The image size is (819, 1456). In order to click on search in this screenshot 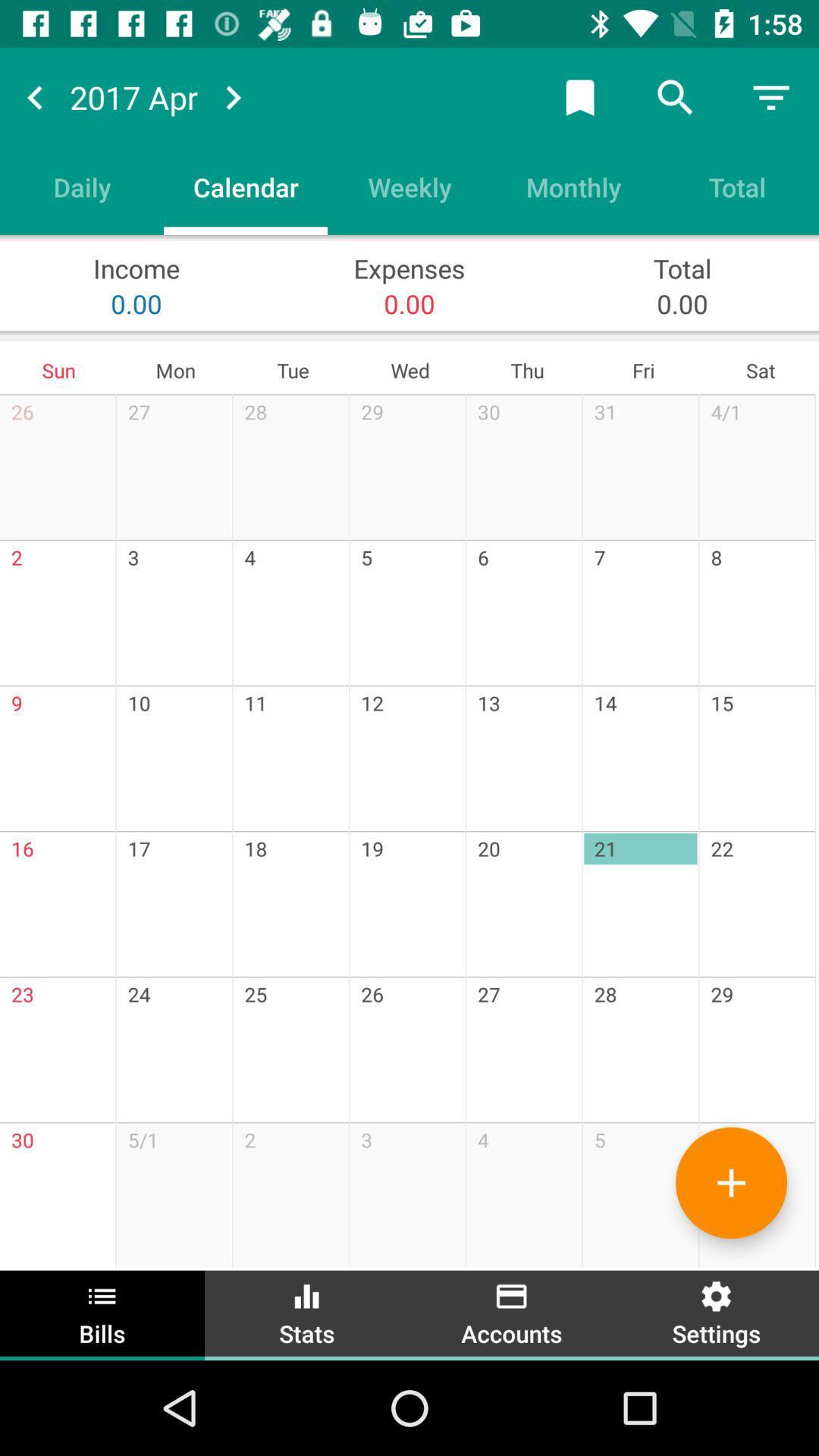, I will do `click(675, 96)`.